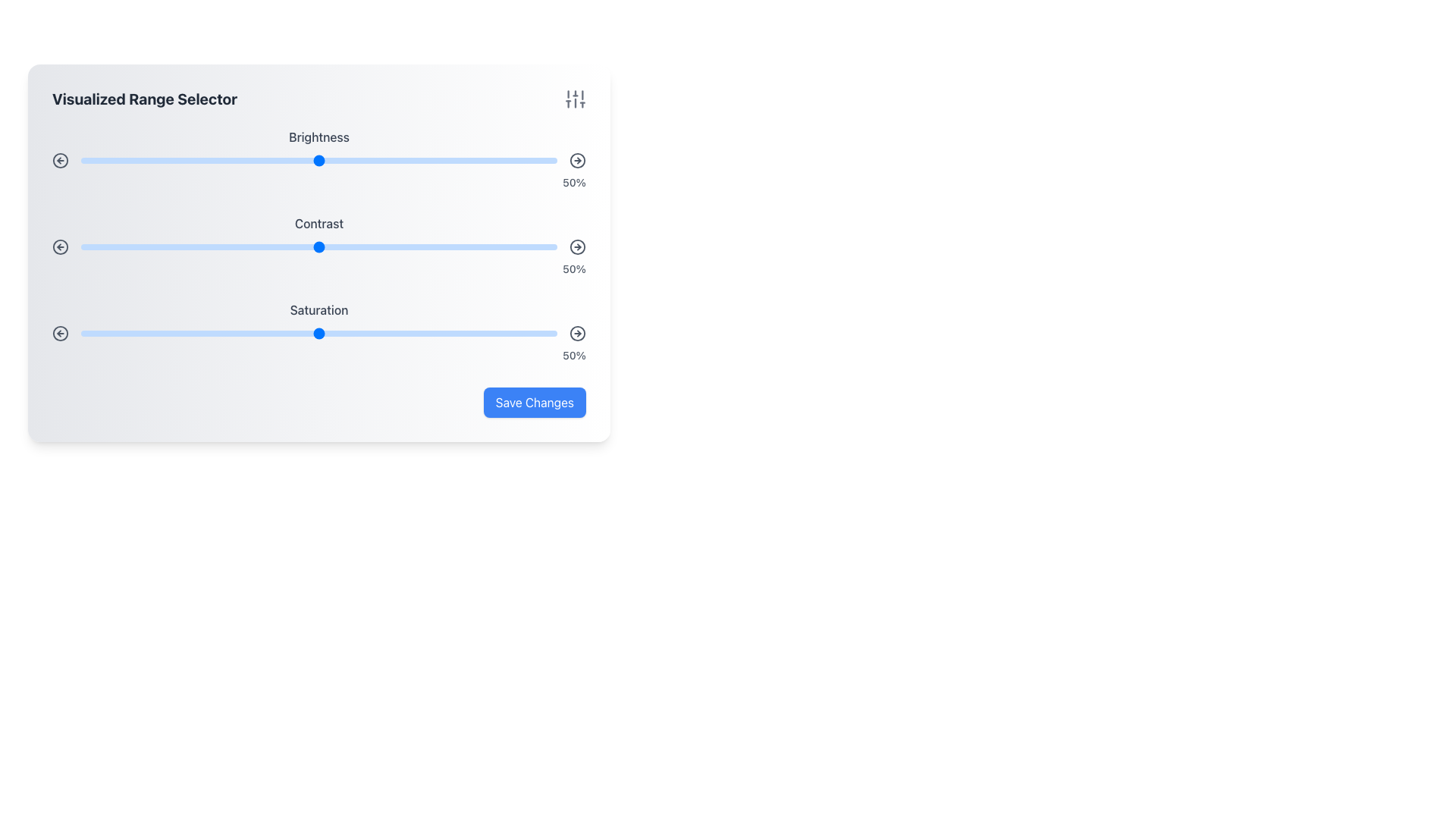  What do you see at coordinates (133, 332) in the screenshot?
I see `the saturation level` at bounding box center [133, 332].